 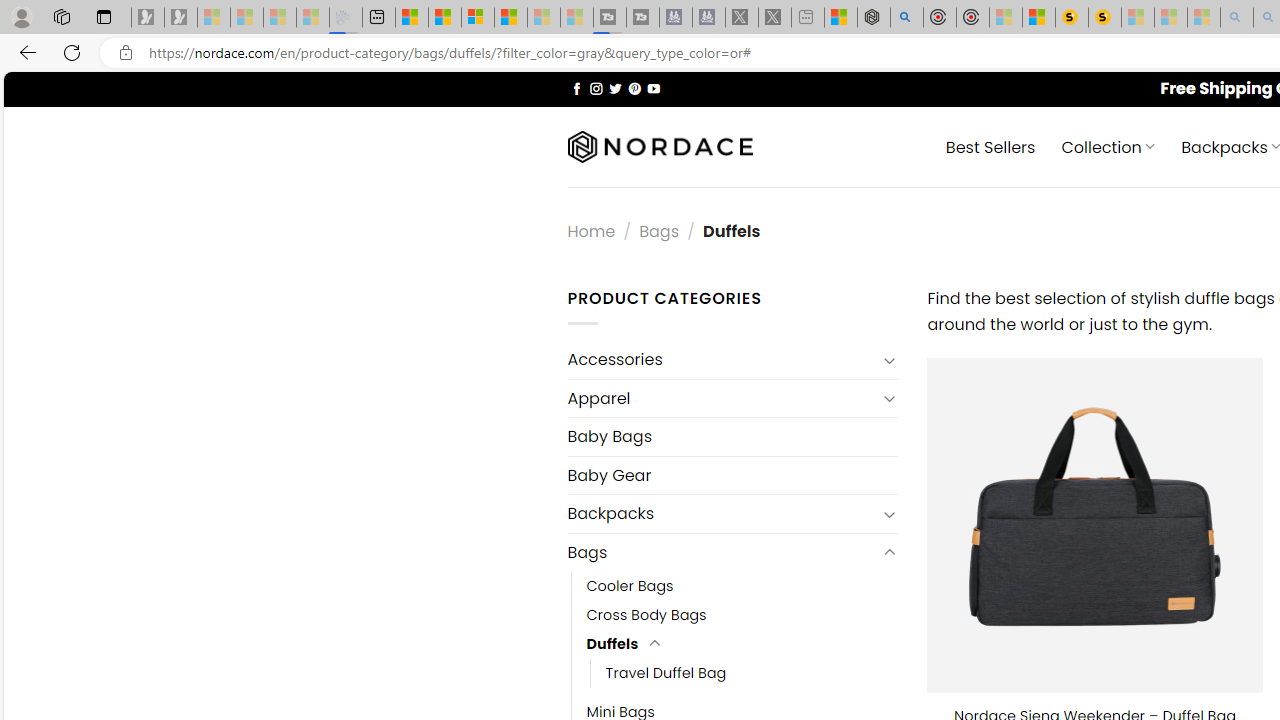 I want to click on 'Travel Duffel Bag', so click(x=666, y=673).